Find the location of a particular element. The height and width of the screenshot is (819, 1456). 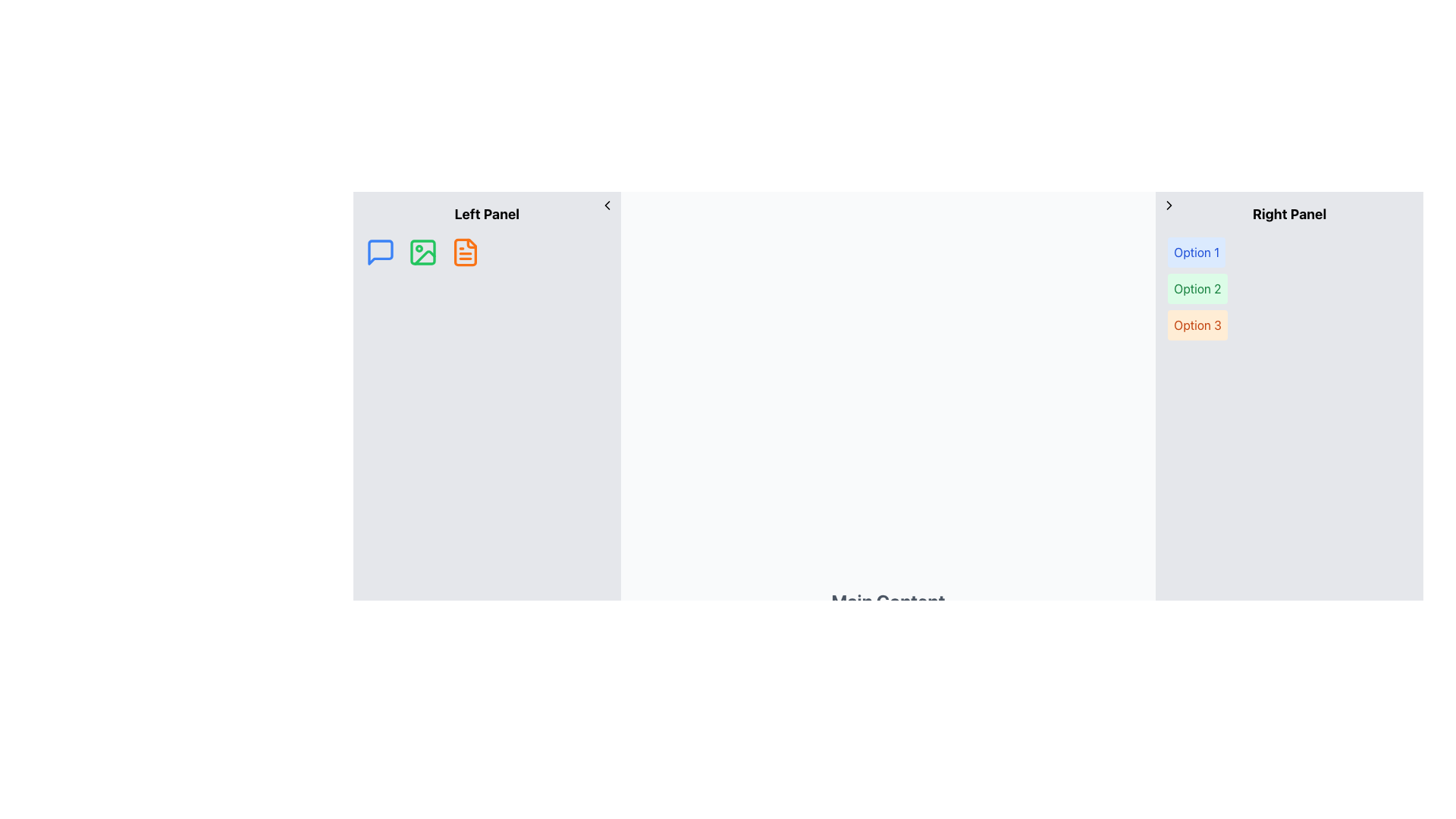

the small left-facing chevron icon located at the top-right corner of the left panel is located at coordinates (607, 205).